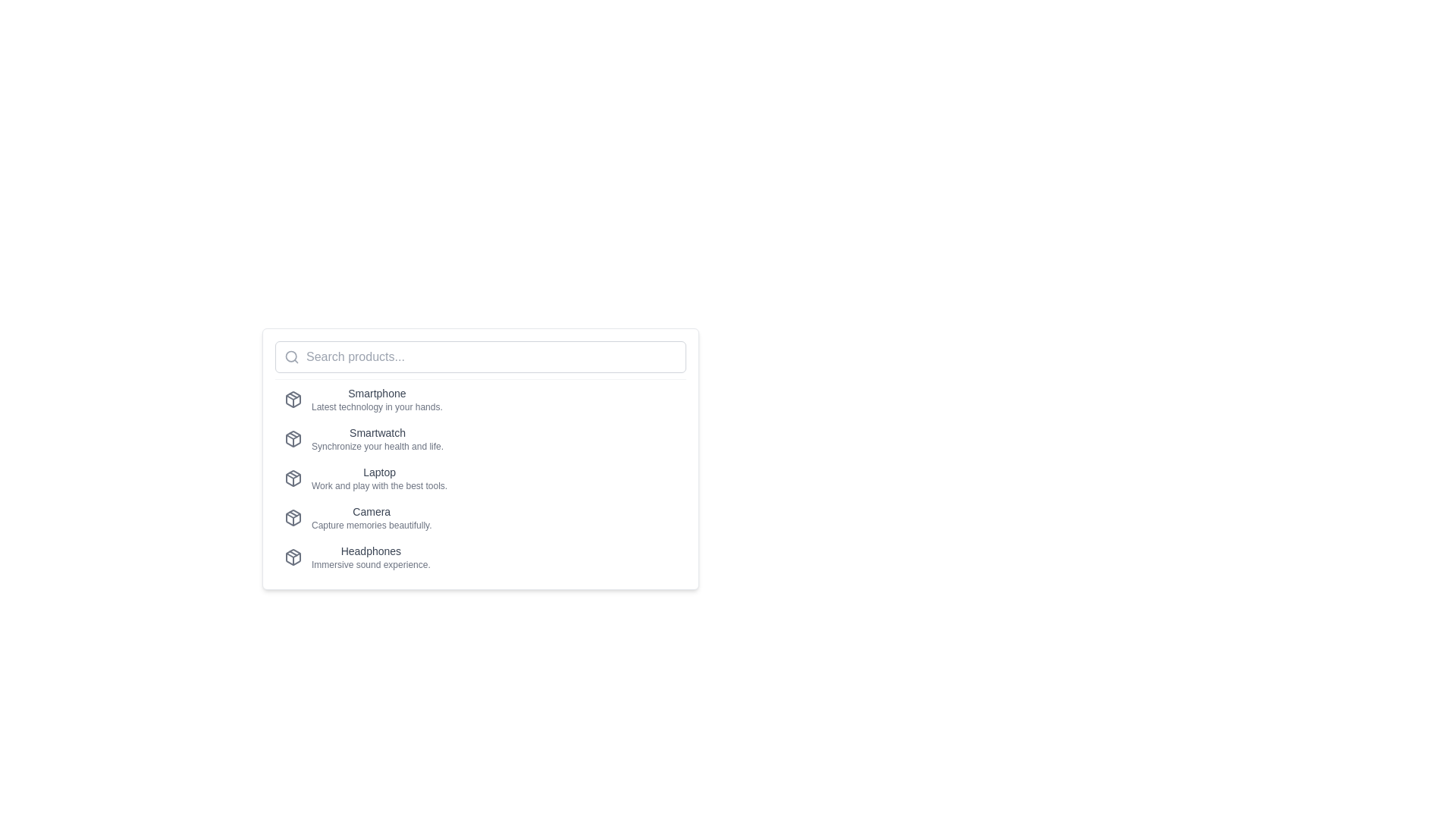  Describe the element at coordinates (377, 399) in the screenshot. I see `the text element displaying 'Smartphone' which is the second item in a vertical menu list` at that location.